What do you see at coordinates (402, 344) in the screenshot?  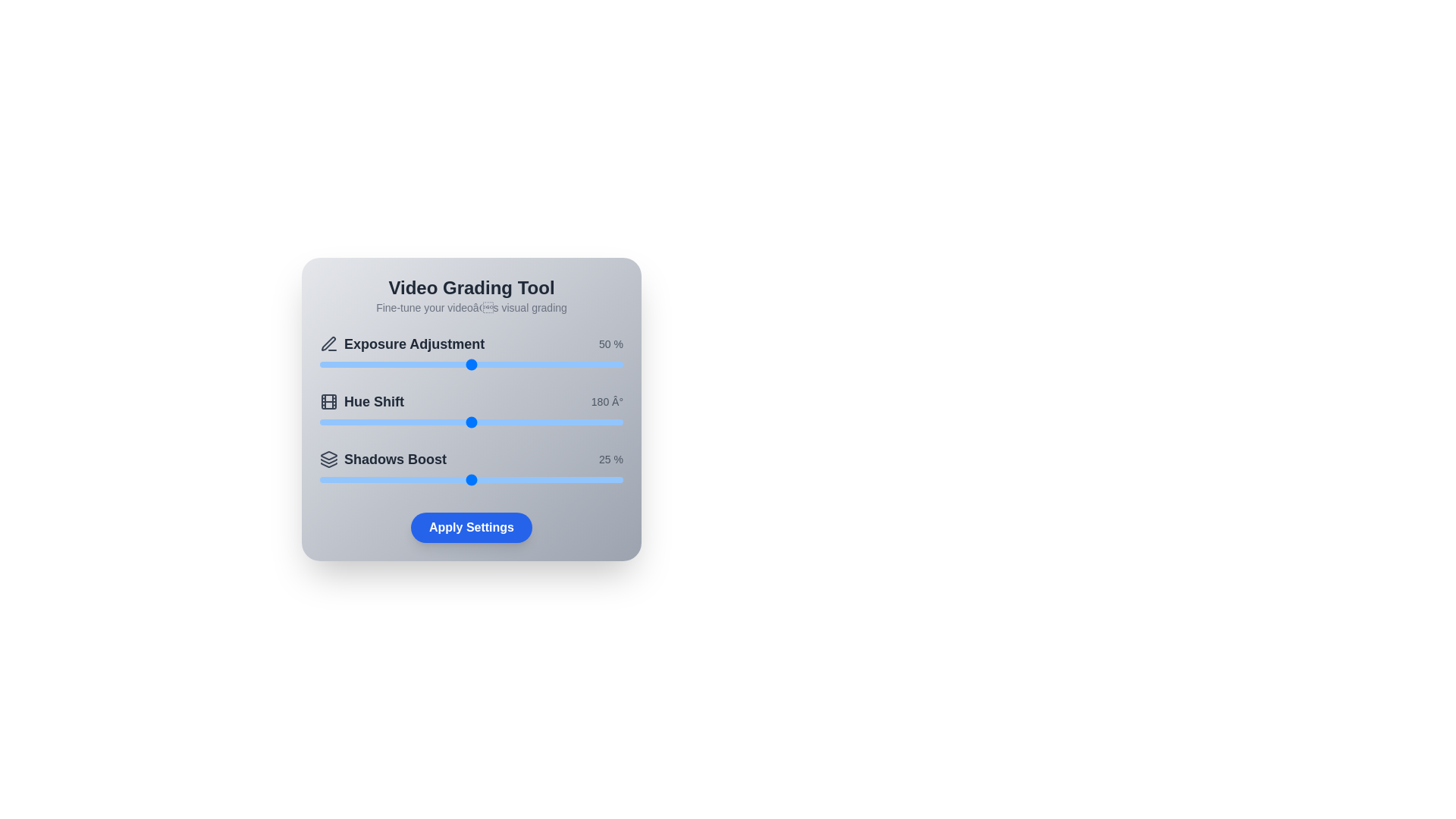 I see `the 'Exposure Adjustment' text label and icon located in the upper middle portion of the interface, which is part of the settings menu` at bounding box center [402, 344].